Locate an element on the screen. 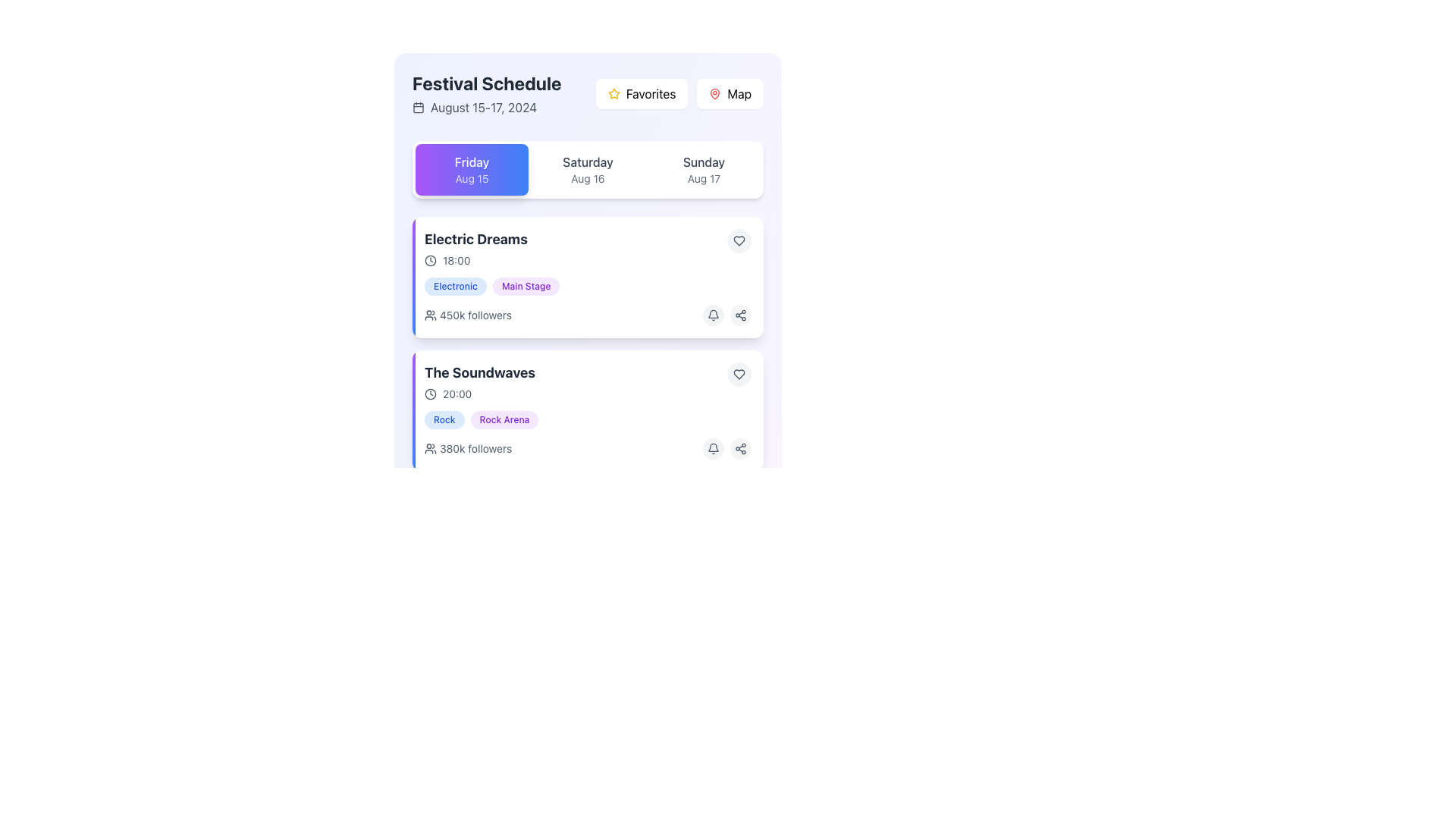 The image size is (1456, 819). the notification toggle button located in the top-right corner of the 'Electric Dreams' event card is located at coordinates (712, 315).